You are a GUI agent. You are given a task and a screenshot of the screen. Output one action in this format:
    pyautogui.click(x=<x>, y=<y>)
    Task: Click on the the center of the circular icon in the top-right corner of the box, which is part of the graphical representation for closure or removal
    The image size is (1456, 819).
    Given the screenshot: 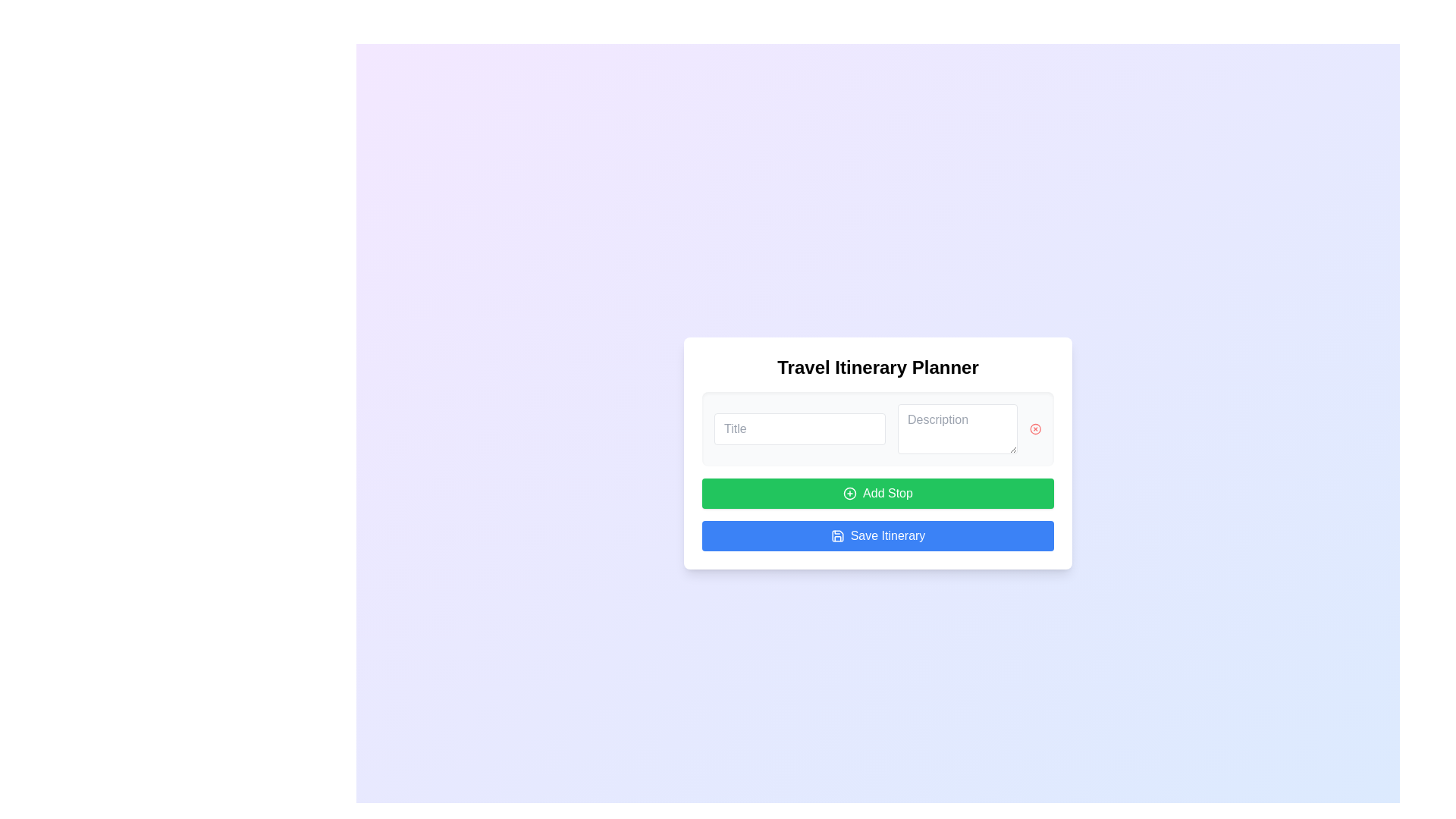 What is the action you would take?
    pyautogui.click(x=1035, y=429)
    